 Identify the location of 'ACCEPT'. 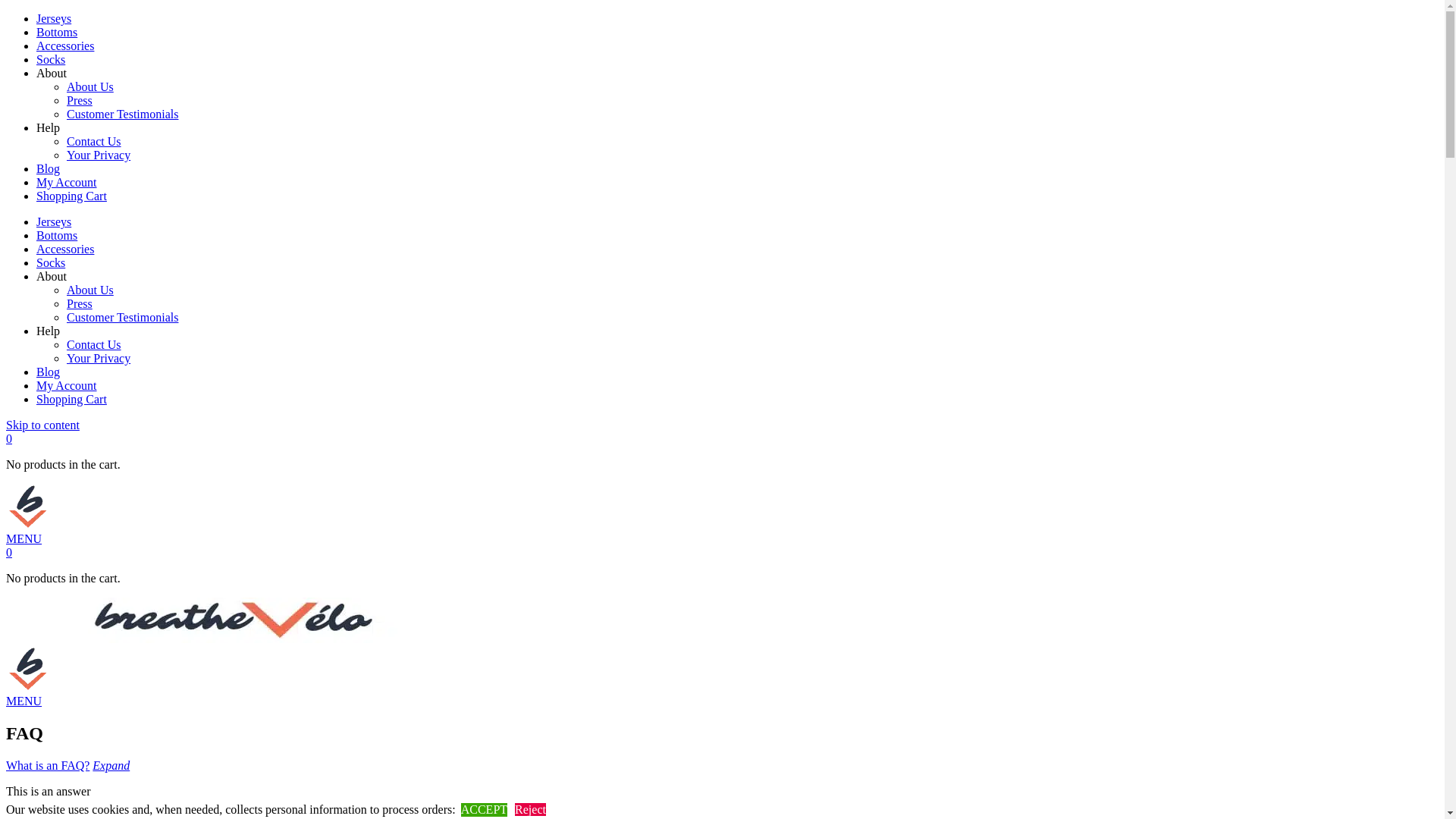
(483, 809).